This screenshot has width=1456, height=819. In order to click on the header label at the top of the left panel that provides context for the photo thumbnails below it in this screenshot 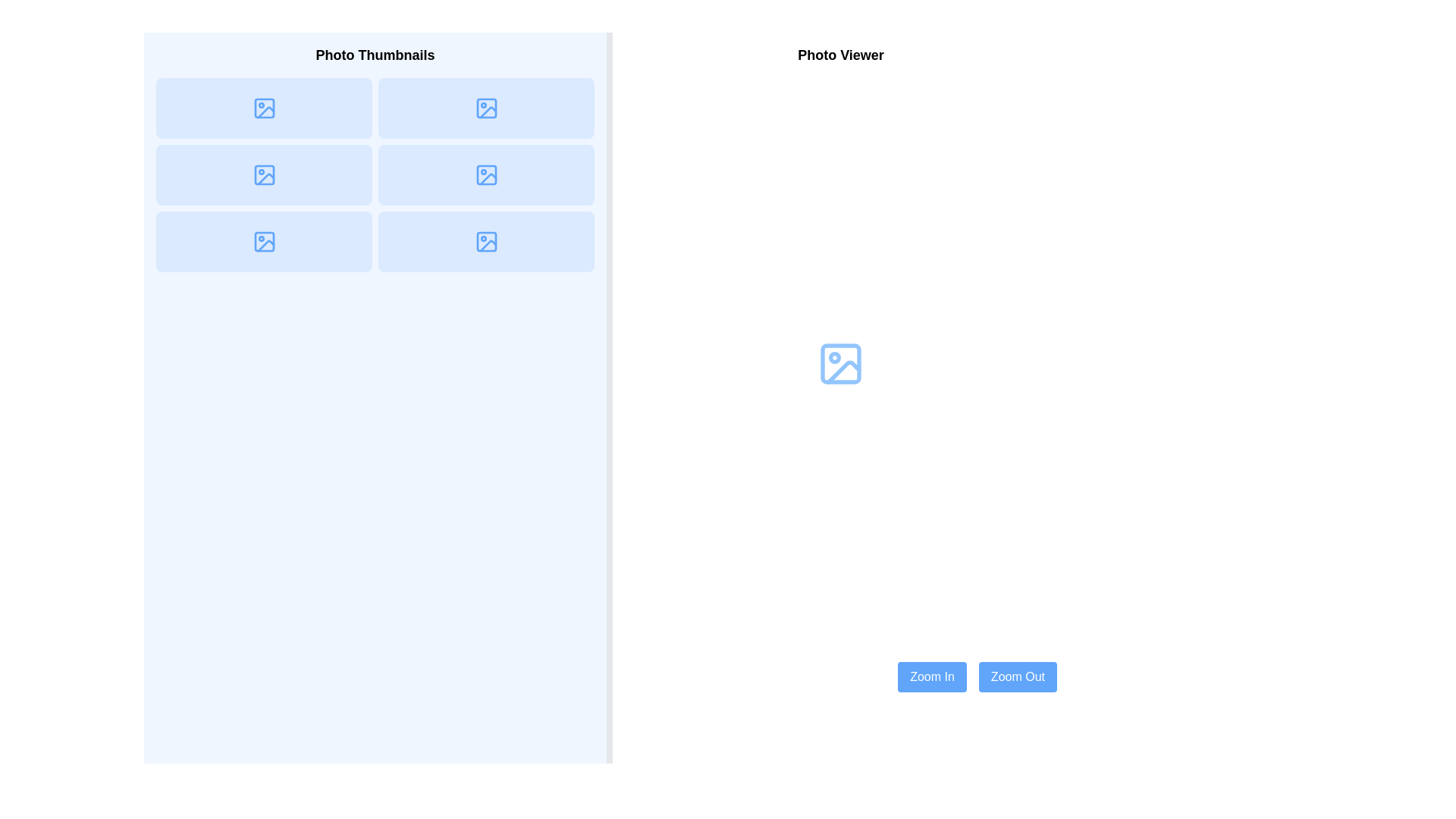, I will do `click(375, 55)`.